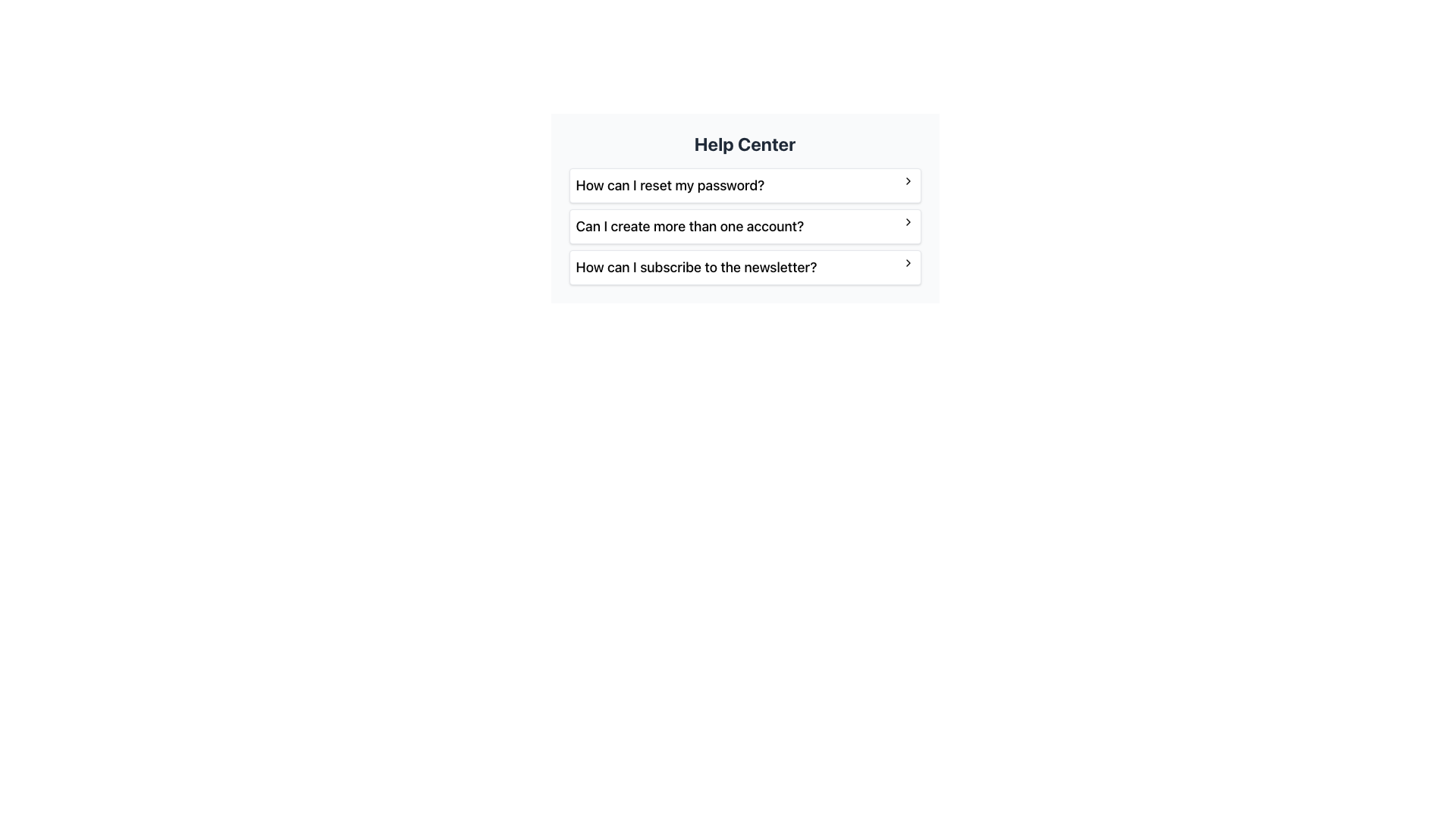  Describe the element at coordinates (745, 267) in the screenshot. I see `the third FAQ entry in the help module` at that location.